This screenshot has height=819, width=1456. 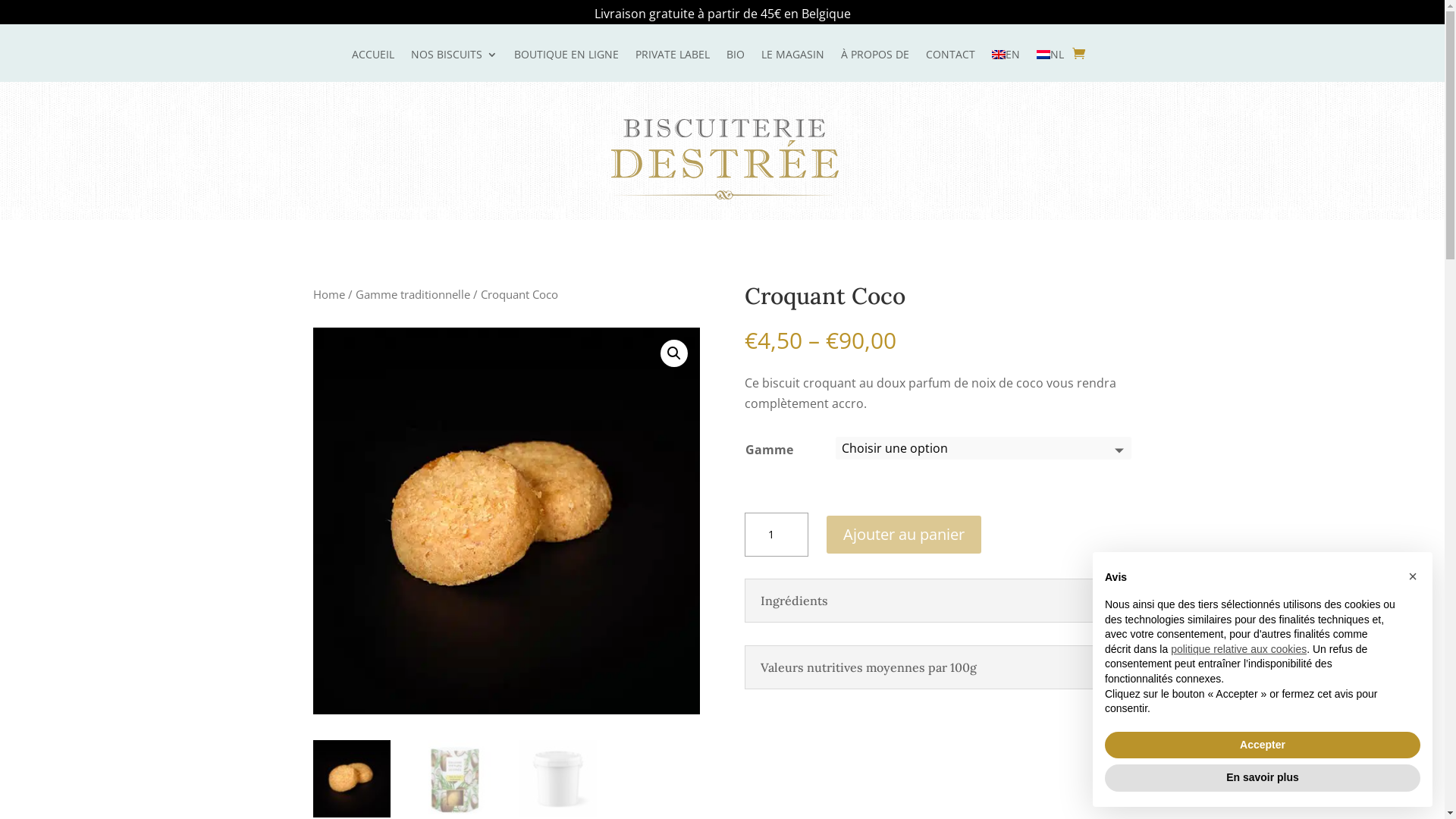 What do you see at coordinates (903, 534) in the screenshot?
I see `'Ajouter au panier'` at bounding box center [903, 534].